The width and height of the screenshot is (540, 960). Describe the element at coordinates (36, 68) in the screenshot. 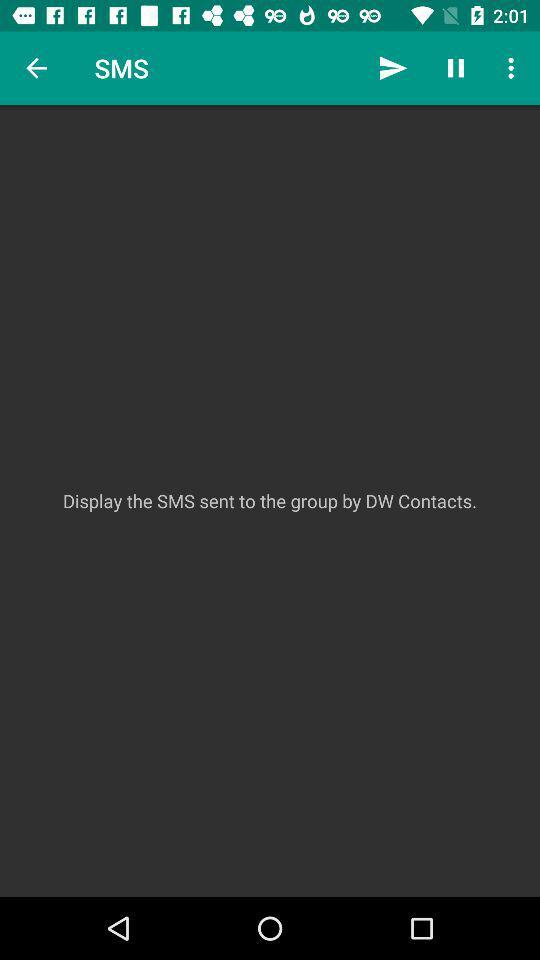

I see `item to the left of the sms icon` at that location.